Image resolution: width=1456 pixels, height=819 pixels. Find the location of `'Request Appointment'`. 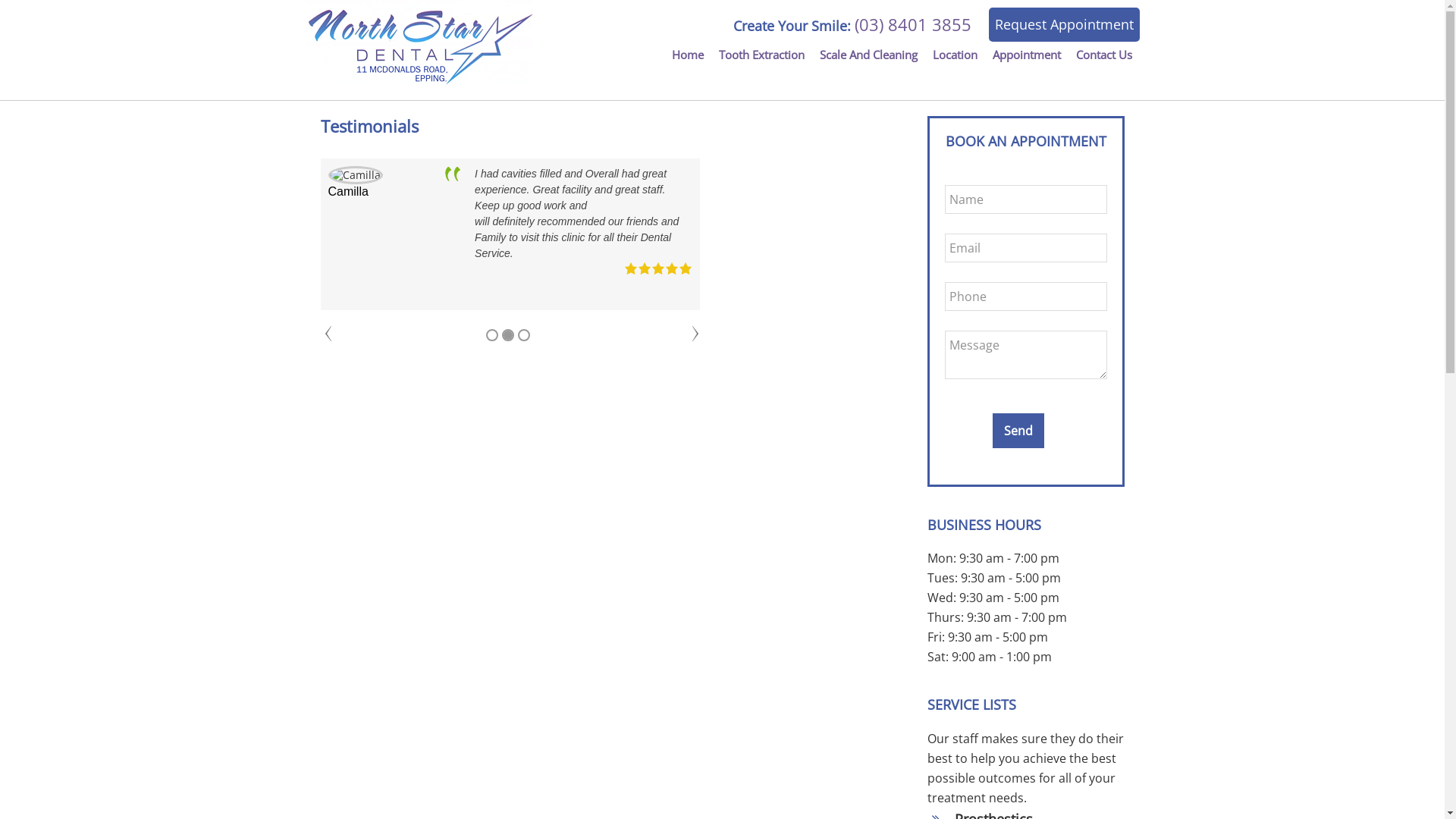

'Request Appointment' is located at coordinates (1063, 24).